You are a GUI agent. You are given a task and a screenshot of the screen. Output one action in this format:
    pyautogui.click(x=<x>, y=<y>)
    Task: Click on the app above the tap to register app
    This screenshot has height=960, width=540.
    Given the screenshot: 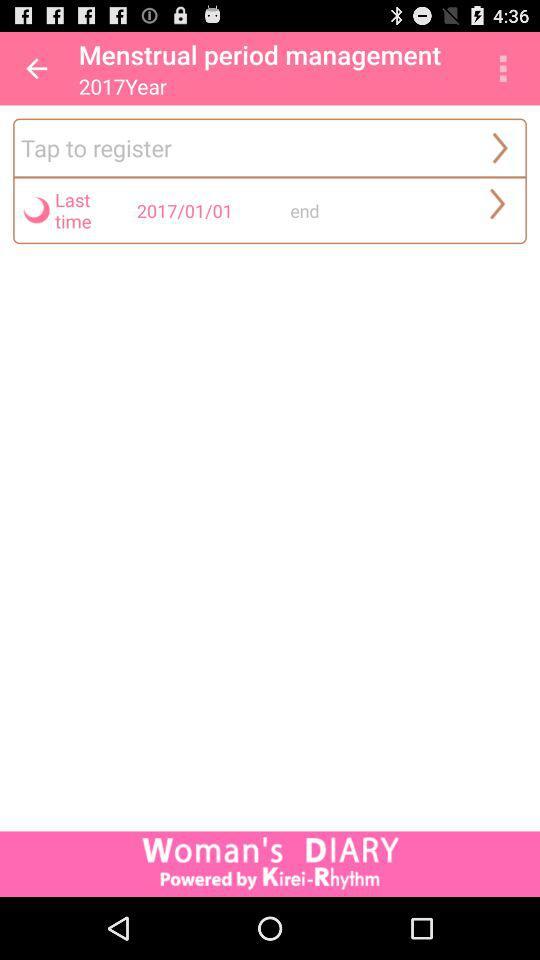 What is the action you would take?
    pyautogui.click(x=502, y=68)
    